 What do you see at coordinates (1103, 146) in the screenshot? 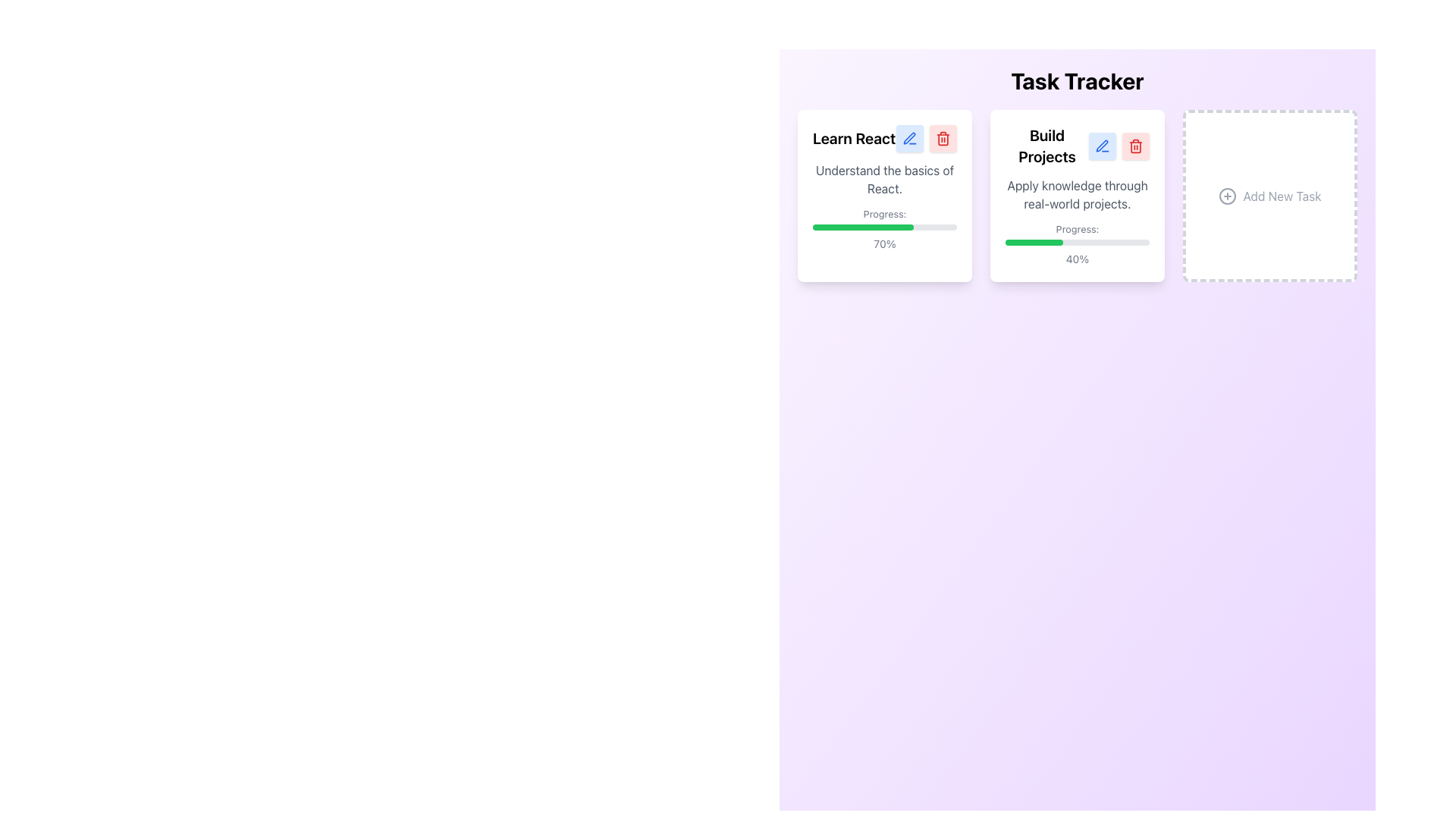
I see `the edit button located in the top-right corner of the 'Build Projects' task card, to the left of the delete icon` at bounding box center [1103, 146].